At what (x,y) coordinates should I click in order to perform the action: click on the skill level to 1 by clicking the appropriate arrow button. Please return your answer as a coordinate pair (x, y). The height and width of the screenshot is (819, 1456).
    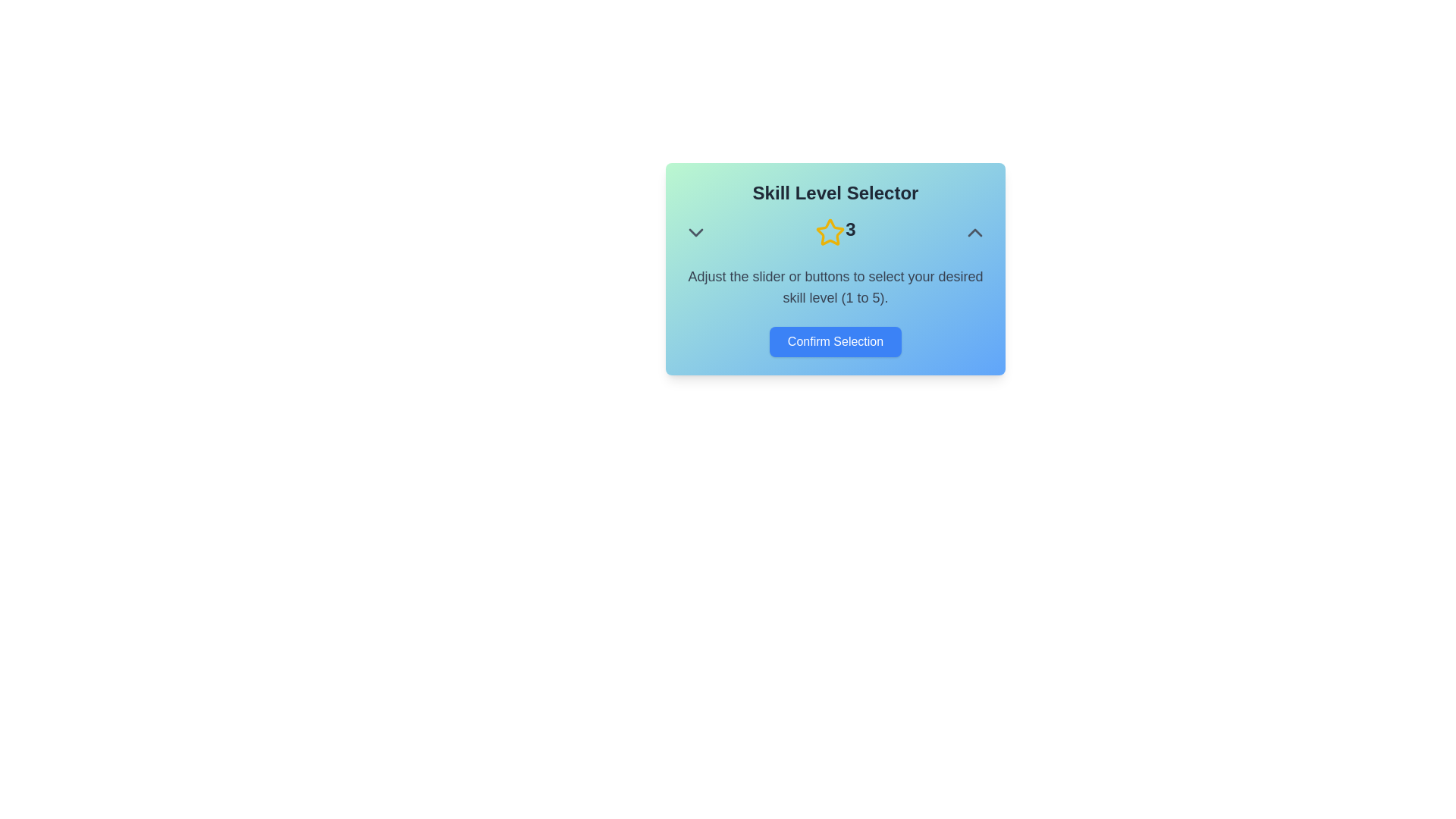
    Looking at the image, I should click on (695, 233).